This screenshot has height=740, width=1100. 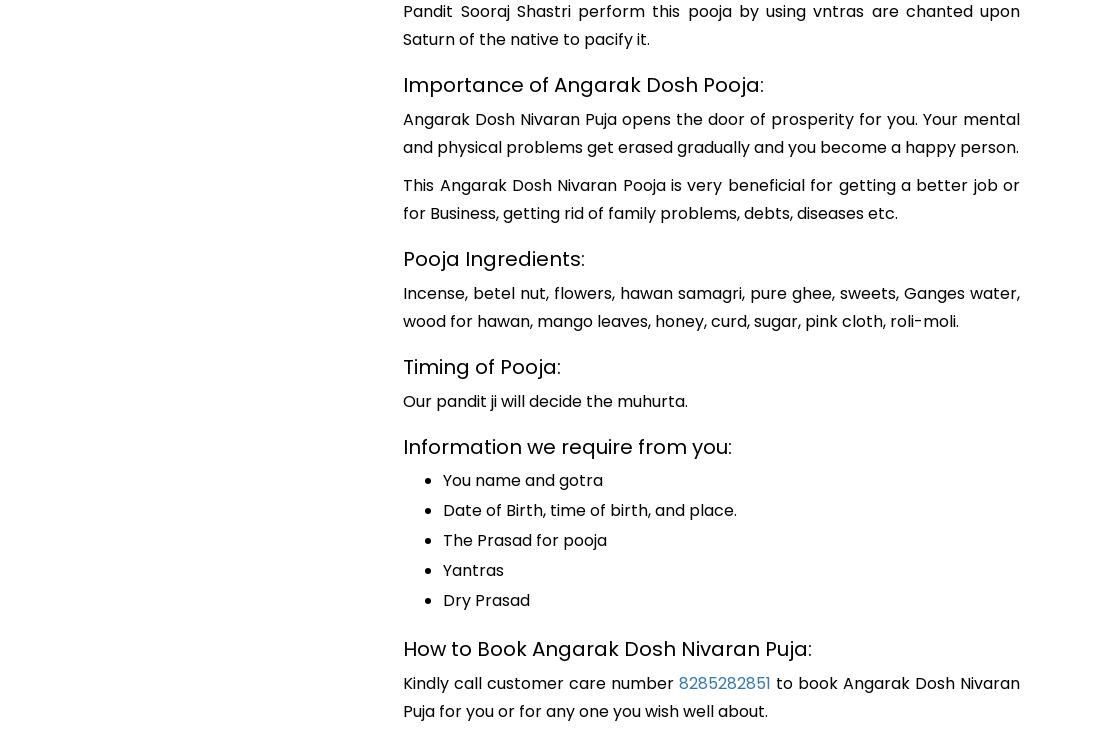 What do you see at coordinates (403, 446) in the screenshot?
I see `'Information we require from you:'` at bounding box center [403, 446].